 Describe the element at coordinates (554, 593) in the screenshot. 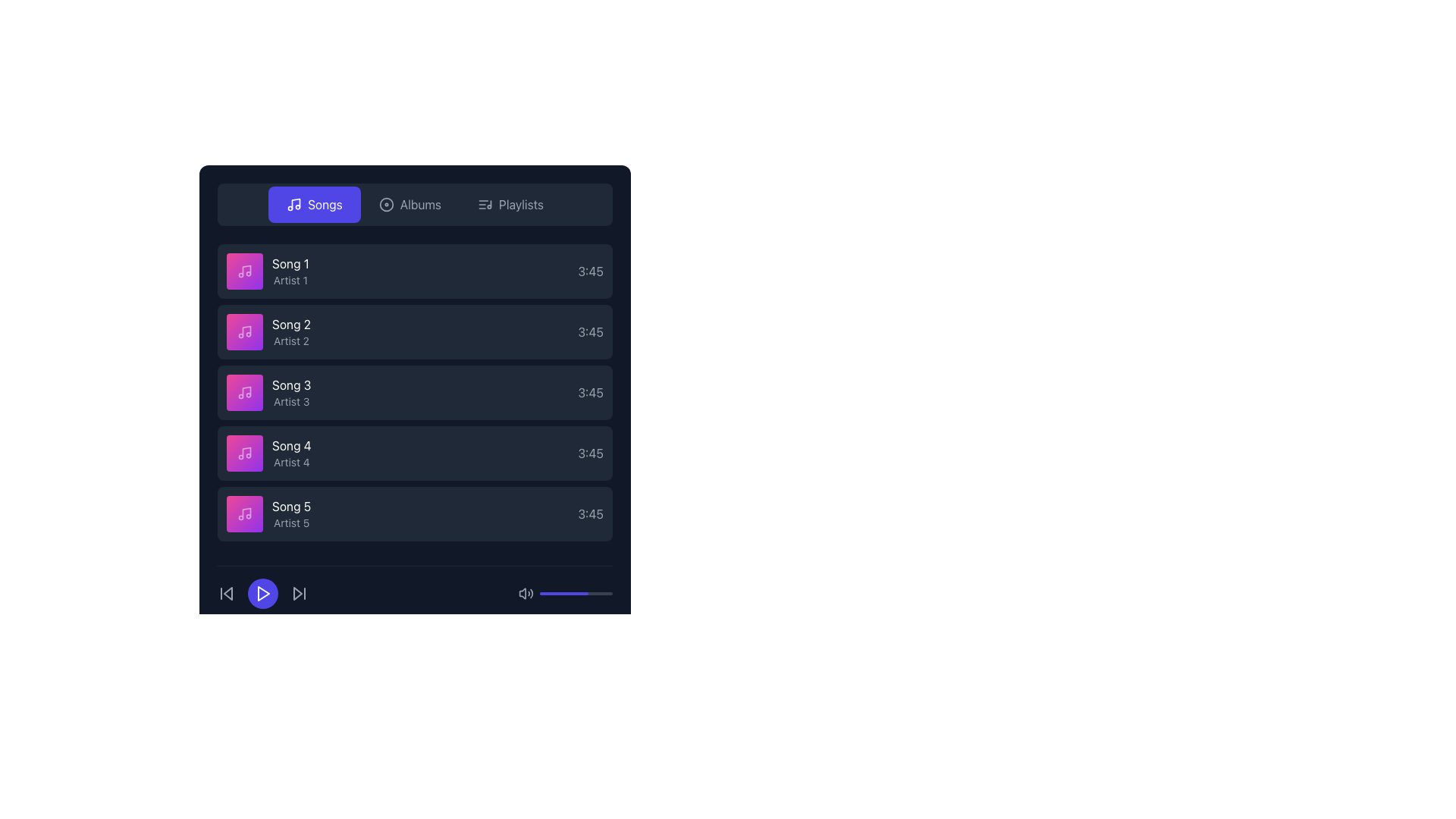

I see `the volume slider` at that location.